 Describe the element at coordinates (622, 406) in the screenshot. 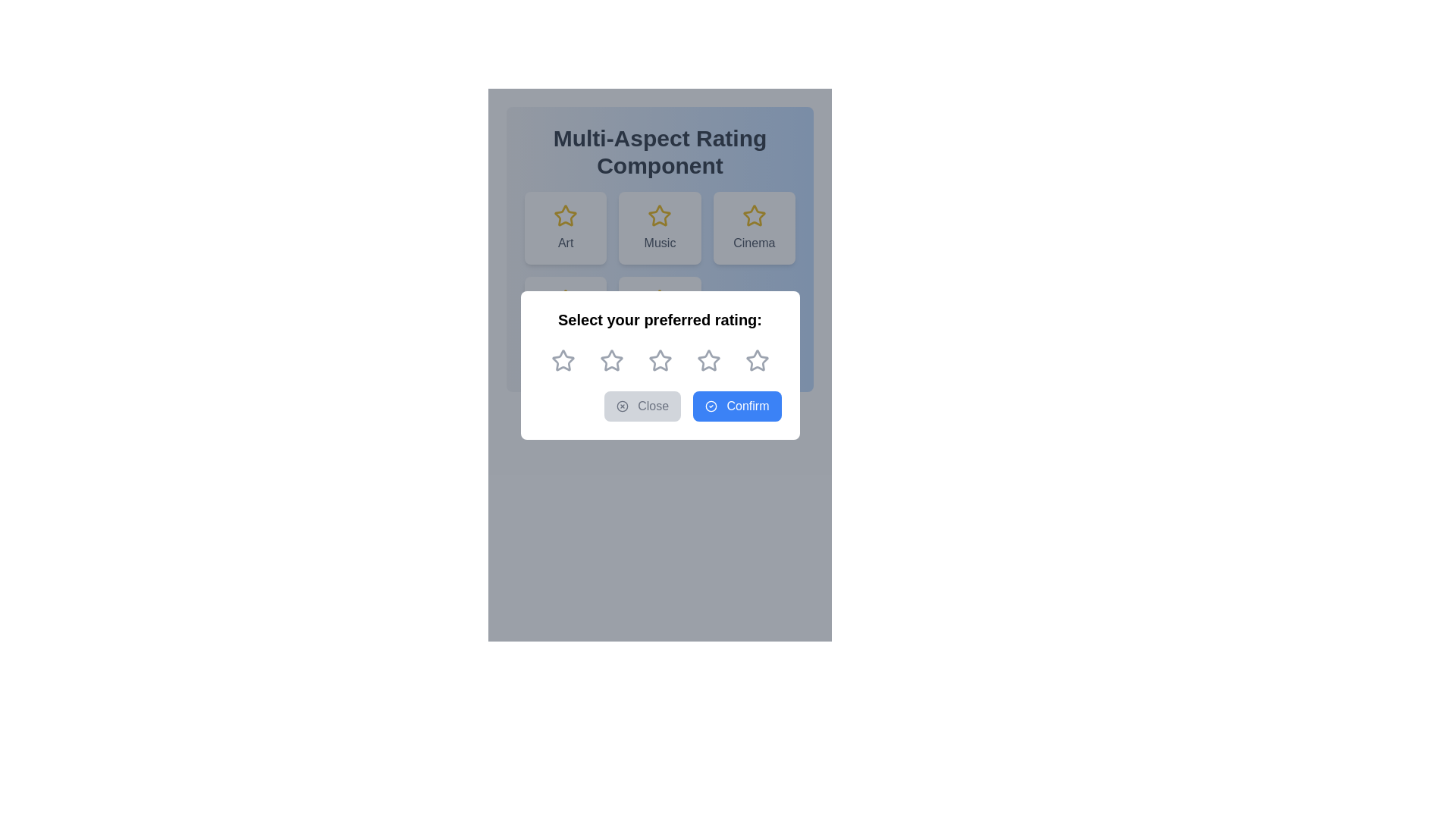

I see `the Circle SVG element located at the top-right of the section featuring action buttons labeled 'Close' and 'Confirm'` at that location.